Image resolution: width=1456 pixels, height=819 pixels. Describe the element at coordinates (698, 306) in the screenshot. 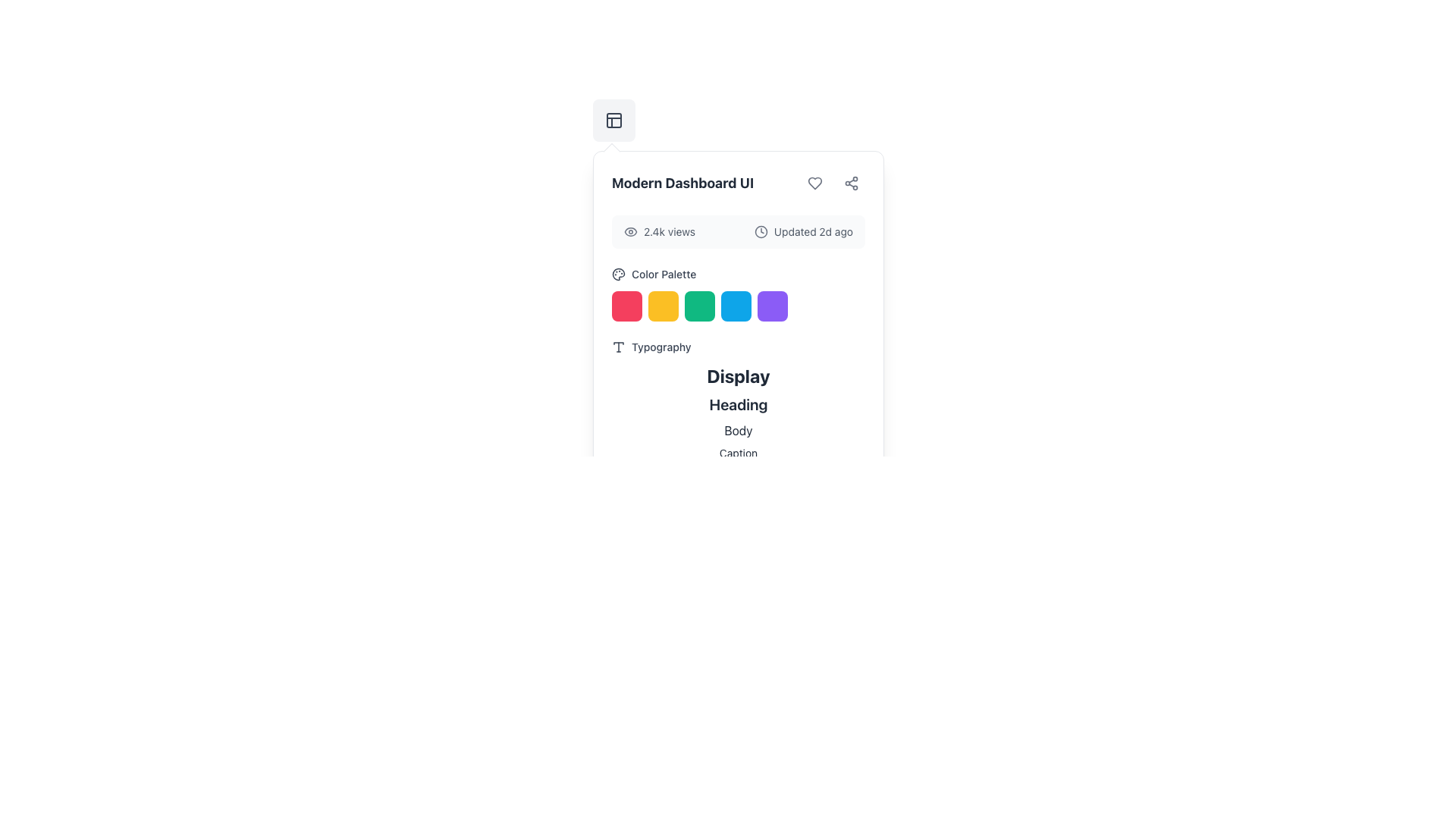

I see `the vibrant green color swatch, which is the third of five horizontally aligned boxes, to trigger its hover effect` at that location.